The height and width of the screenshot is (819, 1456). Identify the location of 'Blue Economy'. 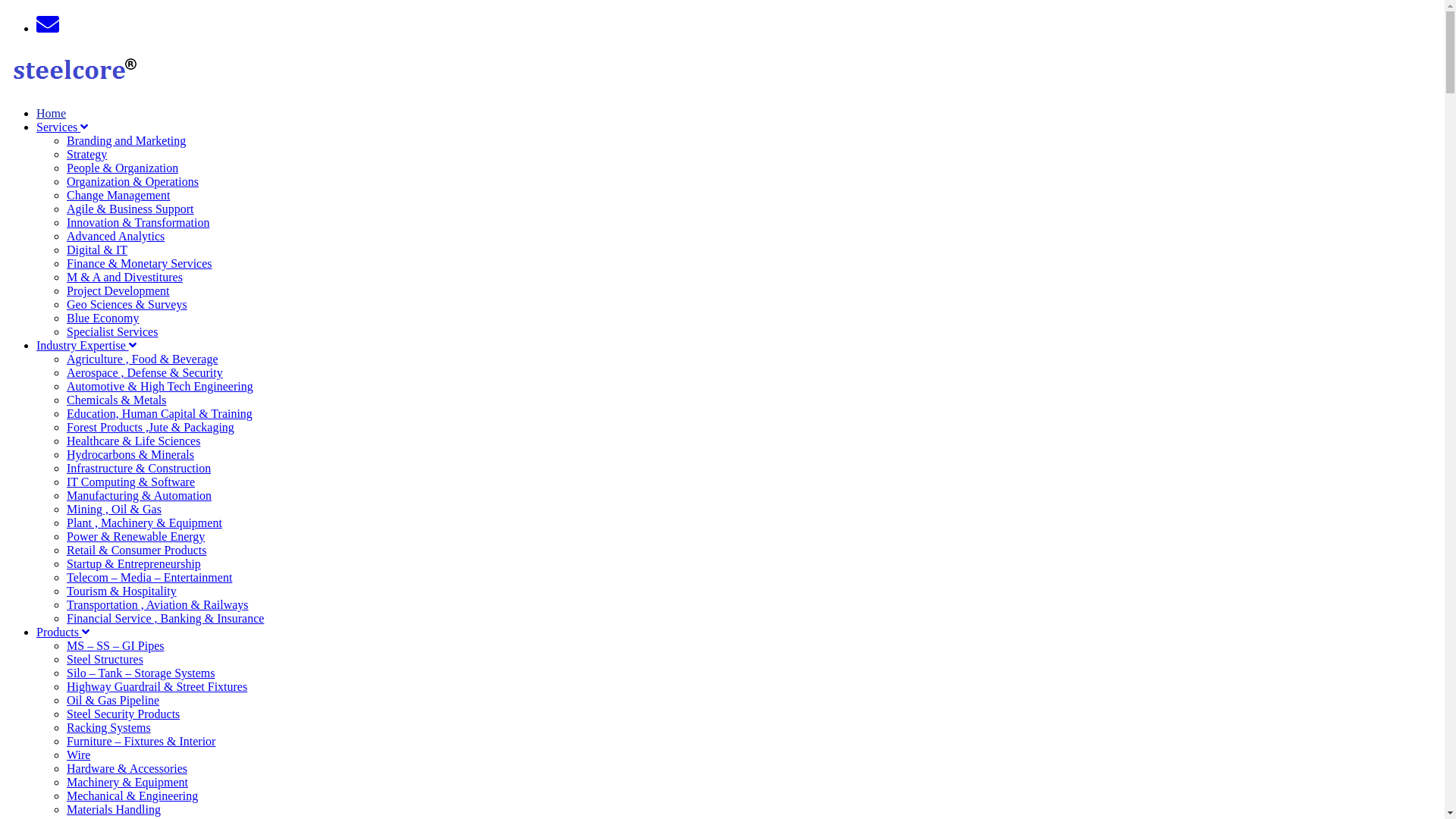
(102, 317).